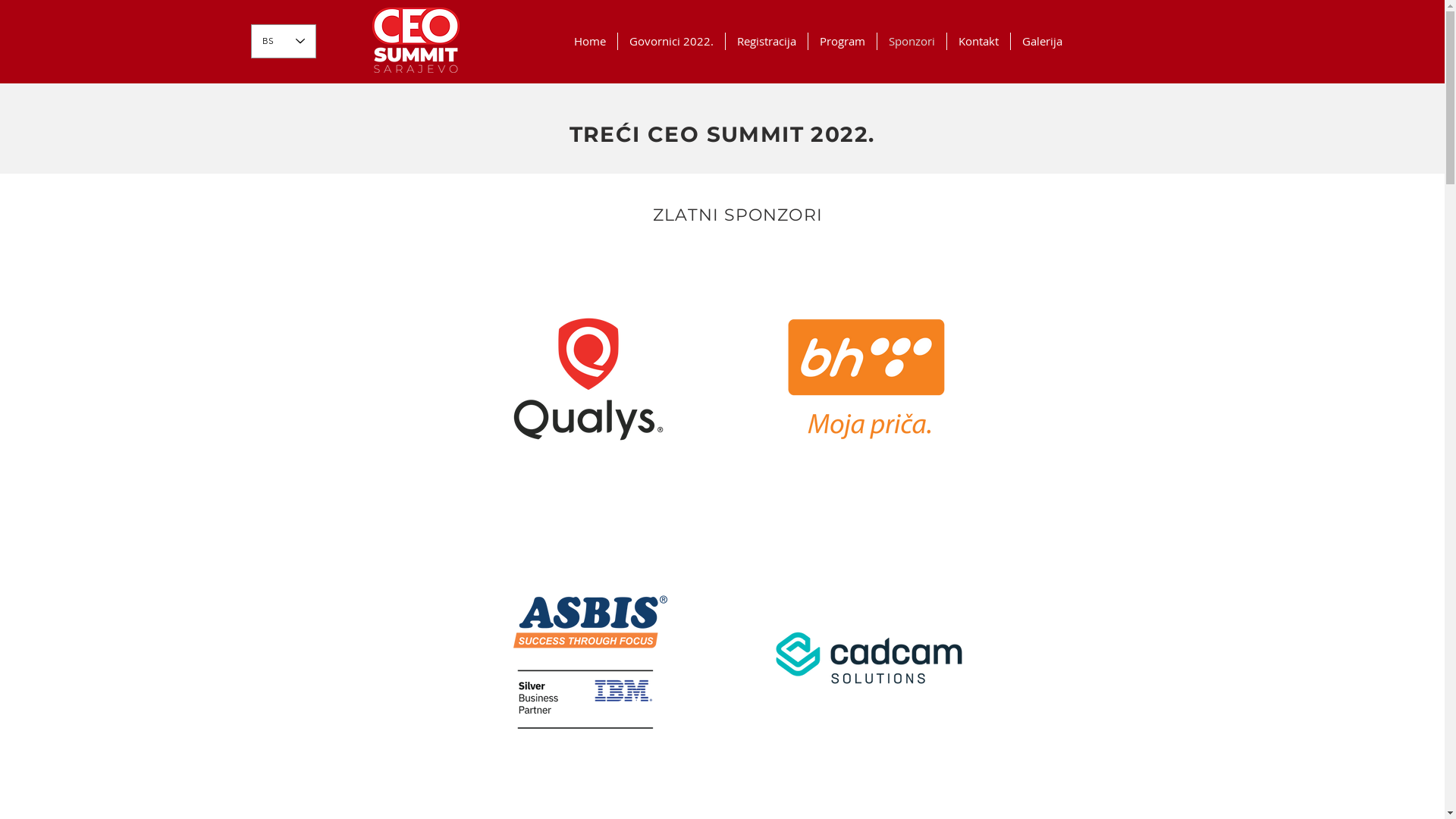 The height and width of the screenshot is (819, 1456). Describe the element at coordinates (807, 40) in the screenshot. I see `'Program'` at that location.